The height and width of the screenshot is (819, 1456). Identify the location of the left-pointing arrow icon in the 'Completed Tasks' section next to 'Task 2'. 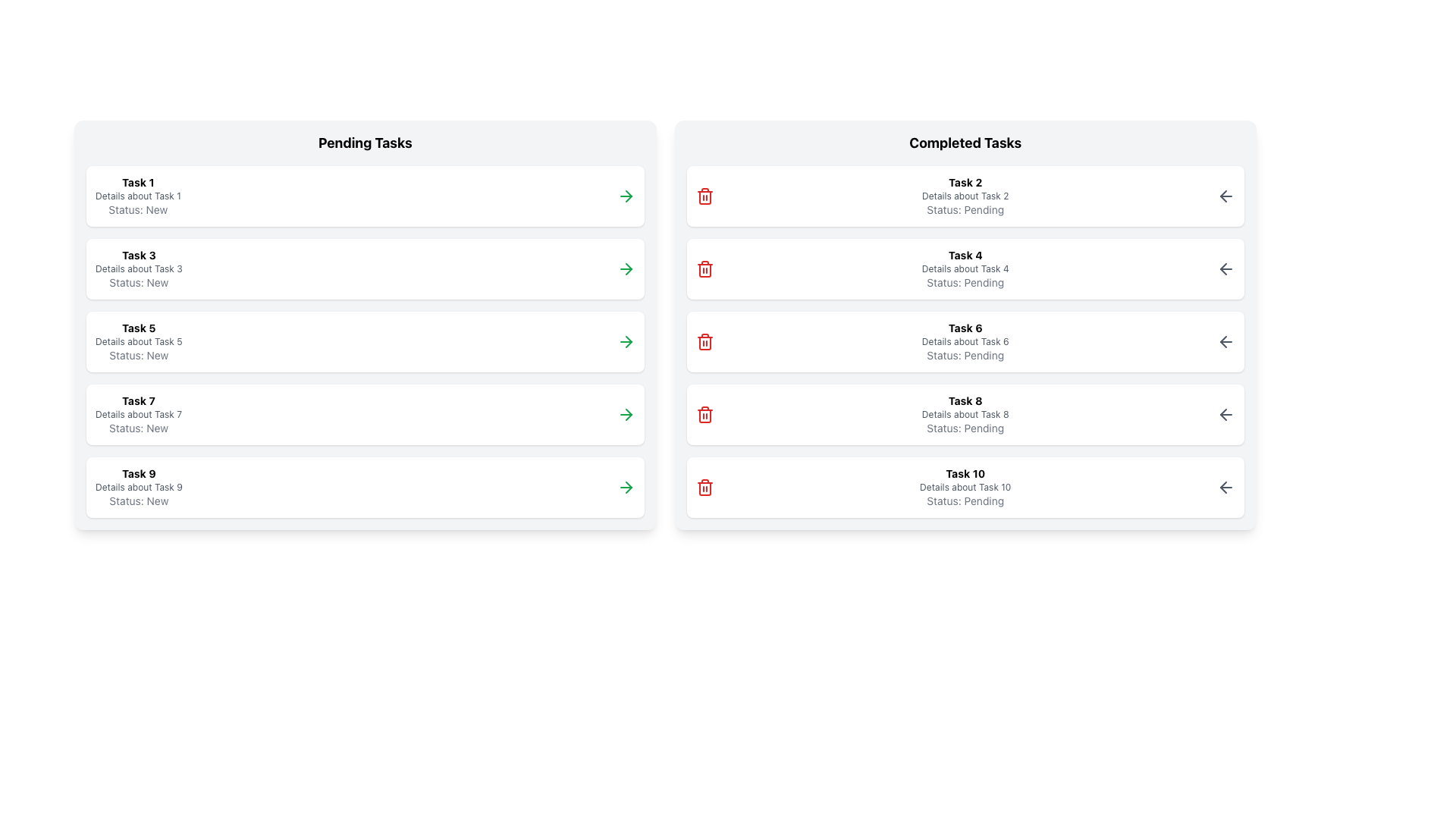
(1223, 195).